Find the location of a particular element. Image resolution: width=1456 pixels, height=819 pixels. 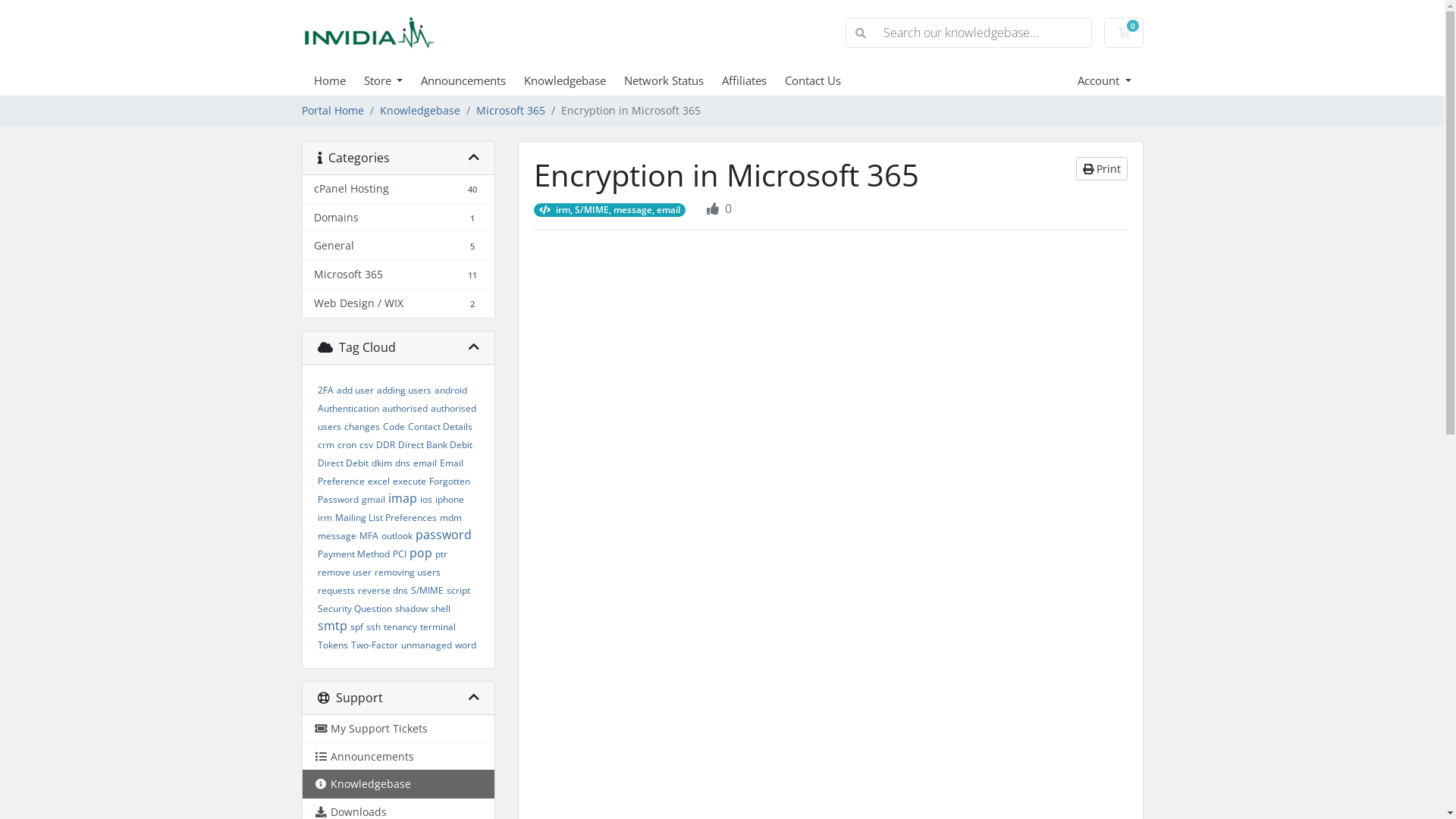

'ios' is located at coordinates (425, 499).